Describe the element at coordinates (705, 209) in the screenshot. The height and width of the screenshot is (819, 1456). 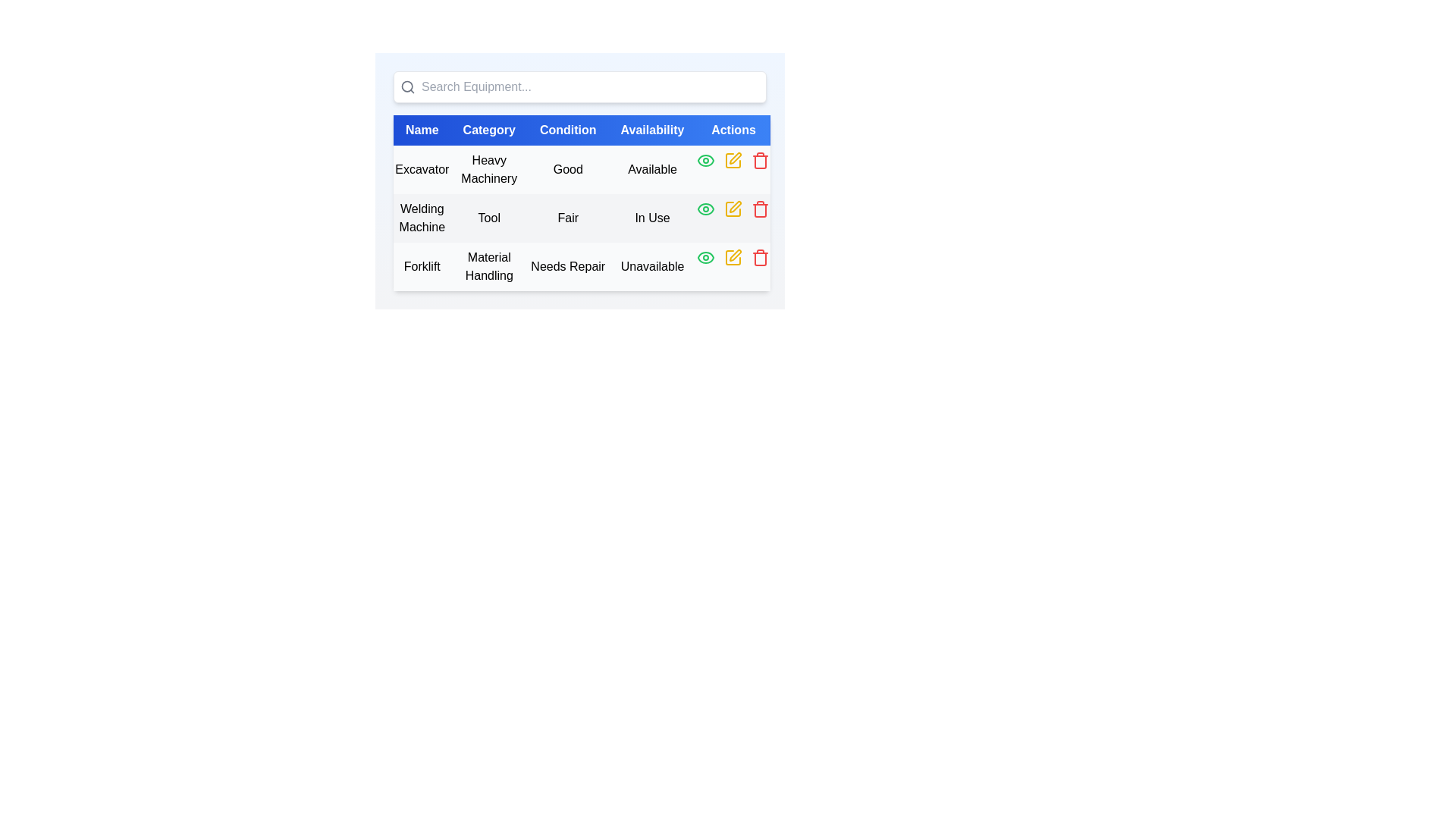
I see `the eye-shaped icon with a green stroke color in the 'Actions' column of the second row of the data table` at that location.